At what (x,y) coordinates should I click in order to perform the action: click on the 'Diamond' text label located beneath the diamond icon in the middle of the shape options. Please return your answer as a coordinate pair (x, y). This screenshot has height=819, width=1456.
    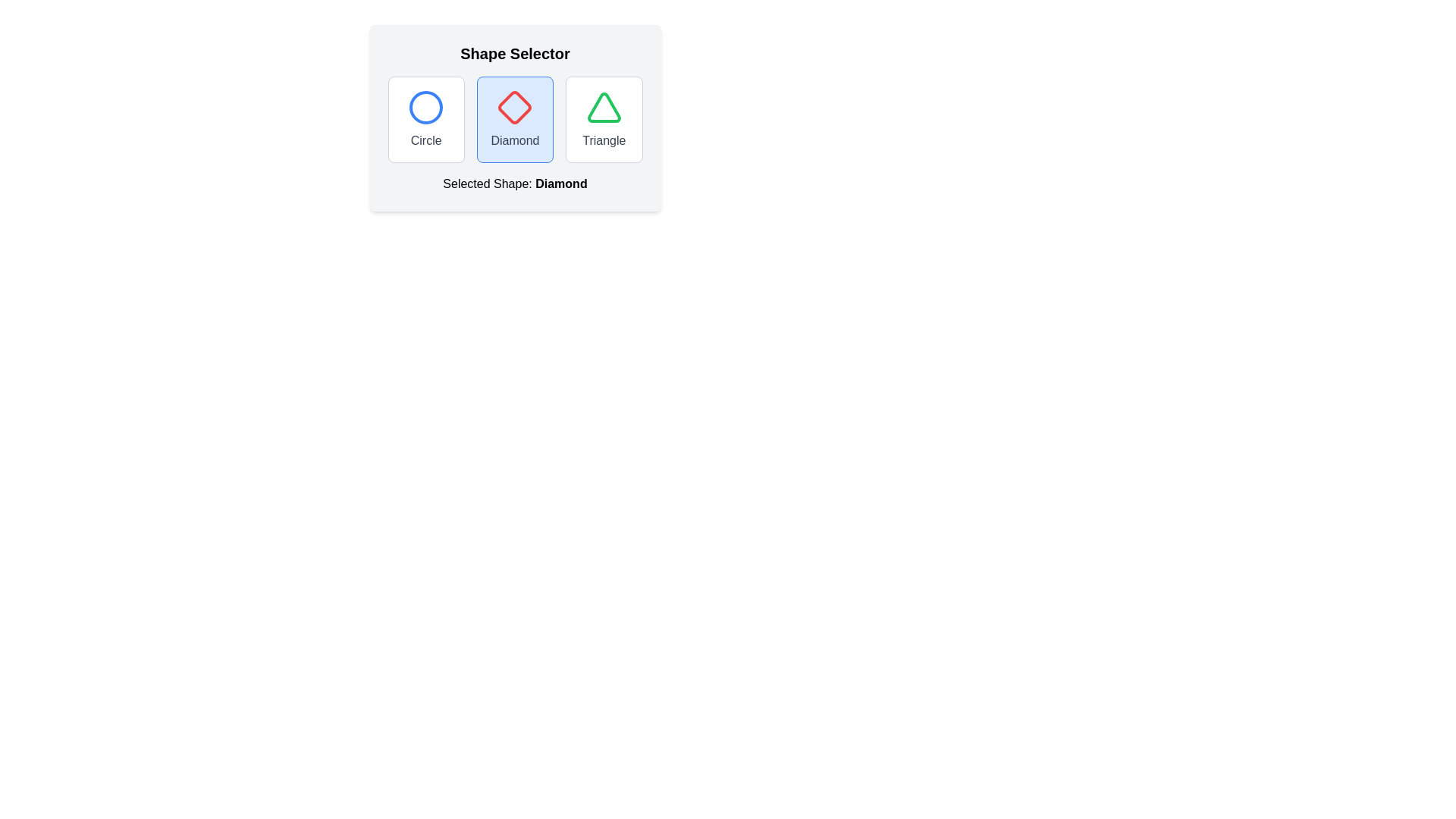
    Looking at the image, I should click on (515, 140).